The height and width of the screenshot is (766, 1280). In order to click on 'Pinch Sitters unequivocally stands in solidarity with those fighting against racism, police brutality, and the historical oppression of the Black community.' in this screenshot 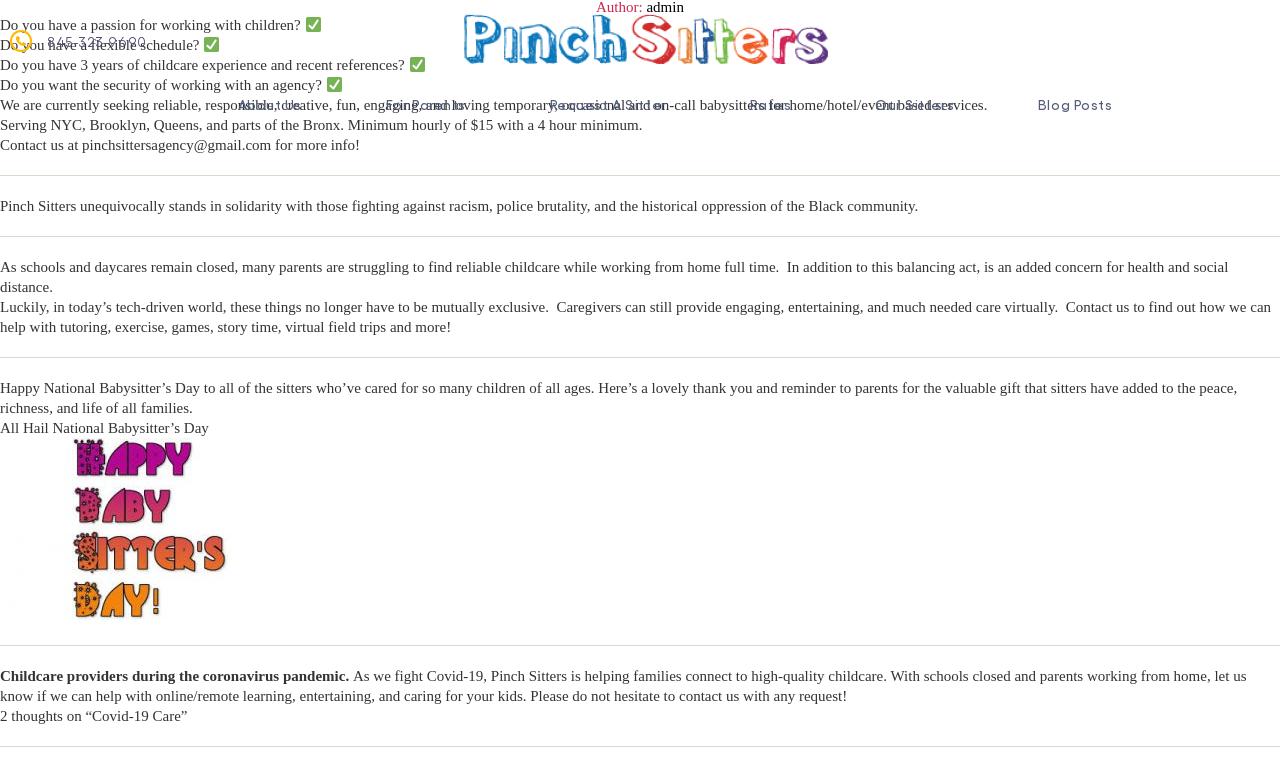, I will do `click(458, 205)`.